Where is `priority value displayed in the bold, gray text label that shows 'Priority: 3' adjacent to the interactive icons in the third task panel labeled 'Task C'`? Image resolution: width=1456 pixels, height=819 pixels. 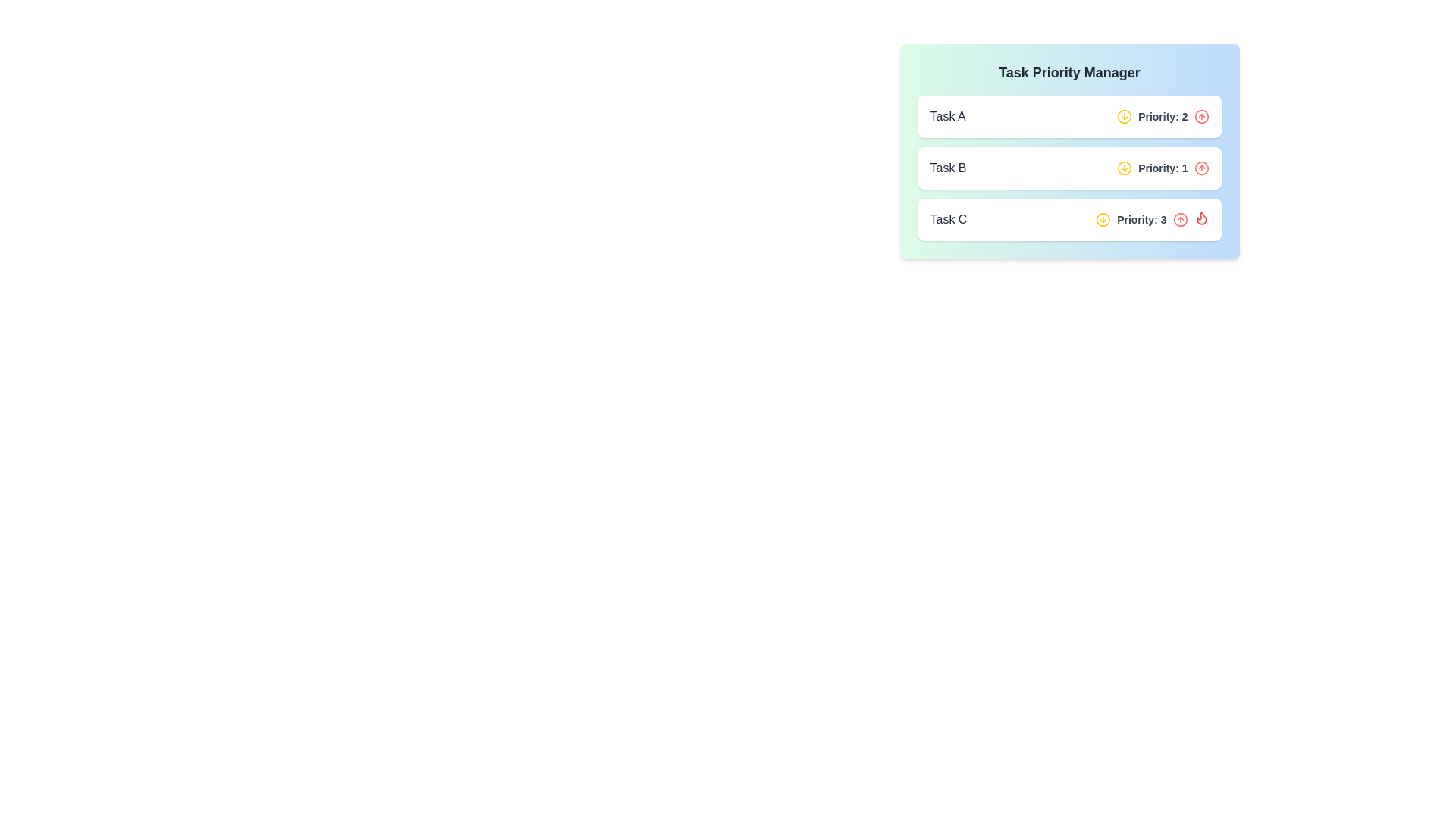 priority value displayed in the bold, gray text label that shows 'Priority: 3' adjacent to the interactive icons in the third task panel labeled 'Task C' is located at coordinates (1152, 219).